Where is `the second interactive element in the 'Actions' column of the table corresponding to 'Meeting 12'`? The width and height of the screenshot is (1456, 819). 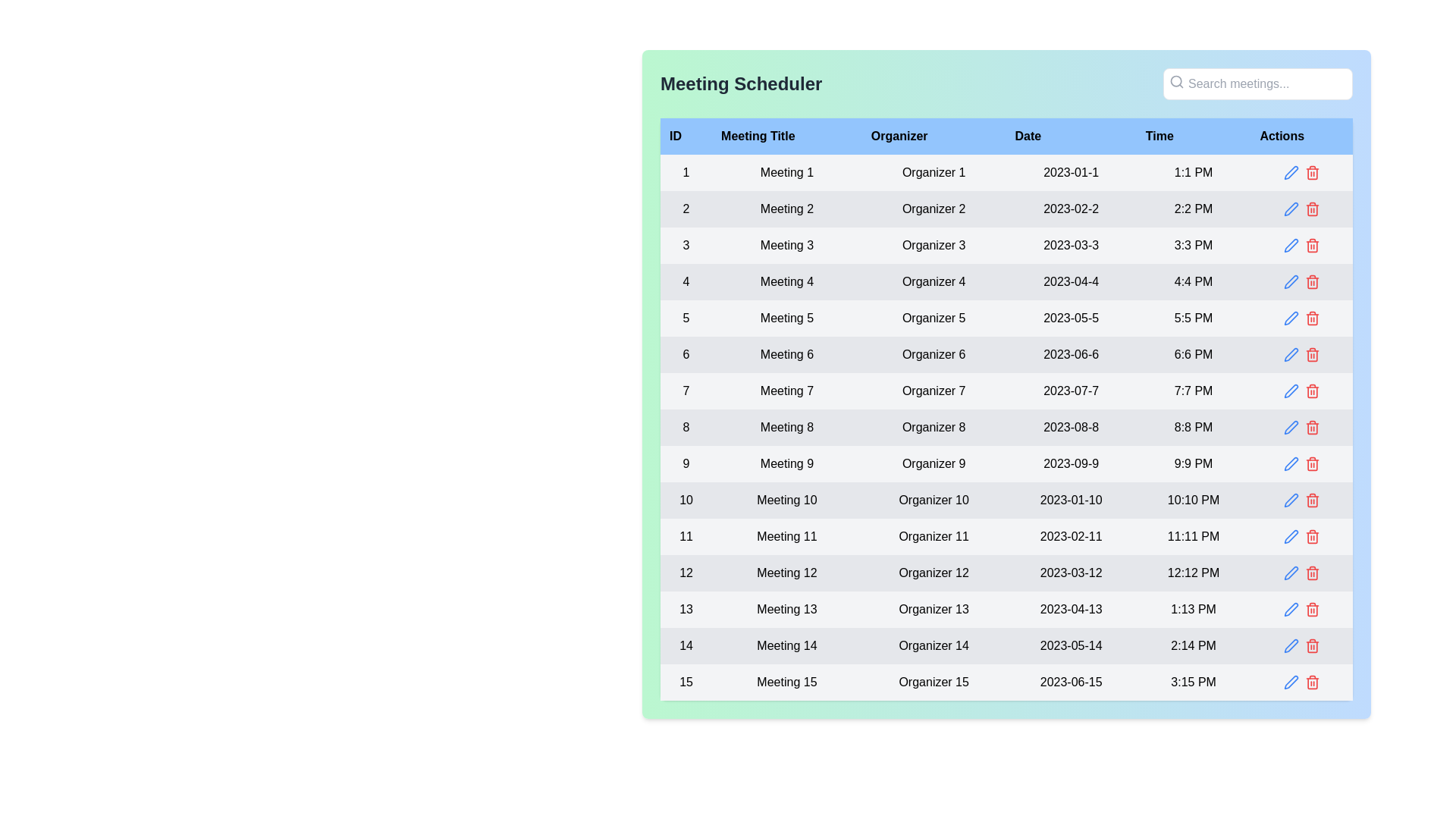 the second interactive element in the 'Actions' column of the table corresponding to 'Meeting 12' is located at coordinates (1311, 573).